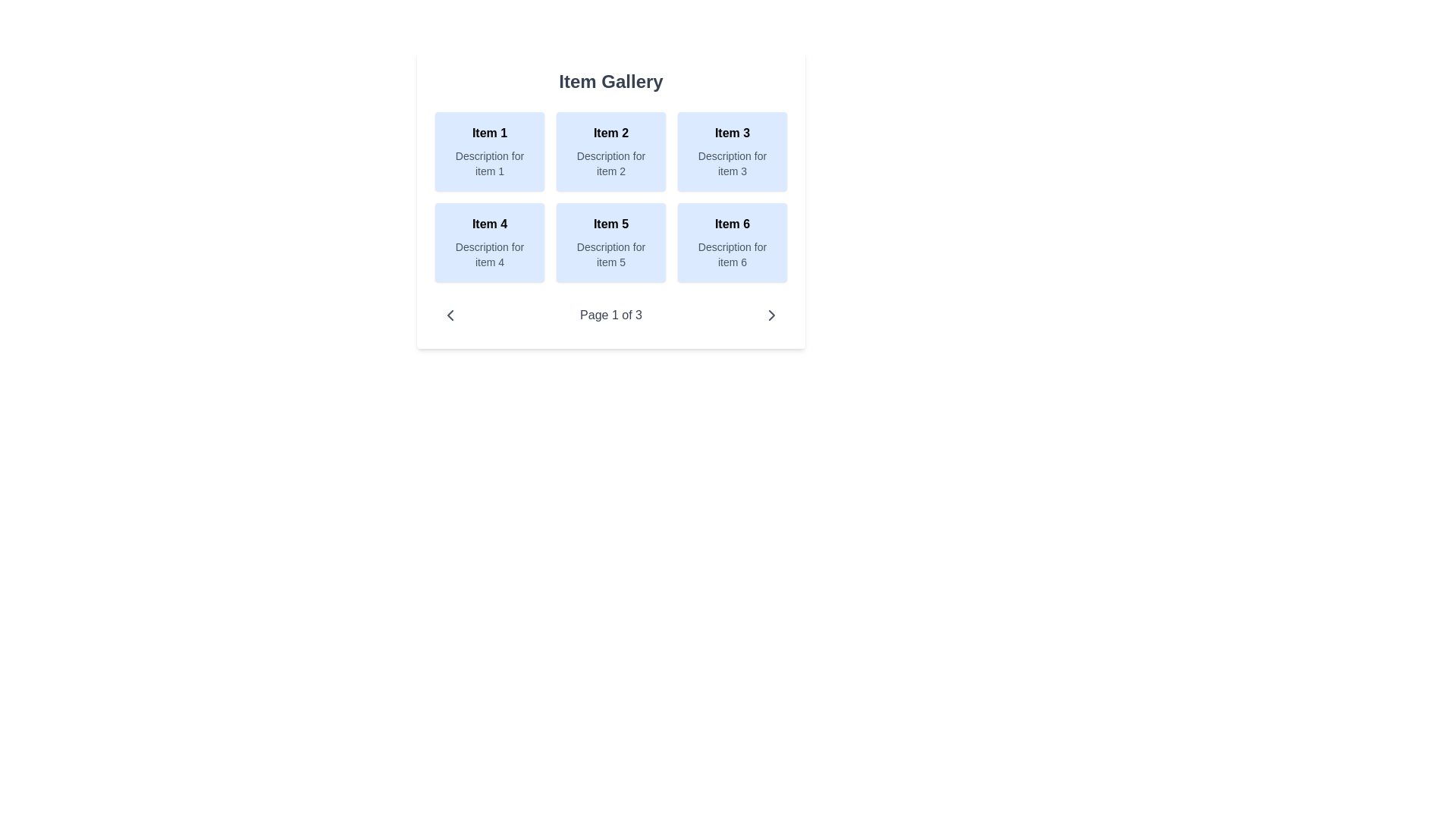  Describe the element at coordinates (611, 253) in the screenshot. I see `the text block displaying 'Description for item 5', which is centered at the bottom of the 'Item 5' card` at that location.